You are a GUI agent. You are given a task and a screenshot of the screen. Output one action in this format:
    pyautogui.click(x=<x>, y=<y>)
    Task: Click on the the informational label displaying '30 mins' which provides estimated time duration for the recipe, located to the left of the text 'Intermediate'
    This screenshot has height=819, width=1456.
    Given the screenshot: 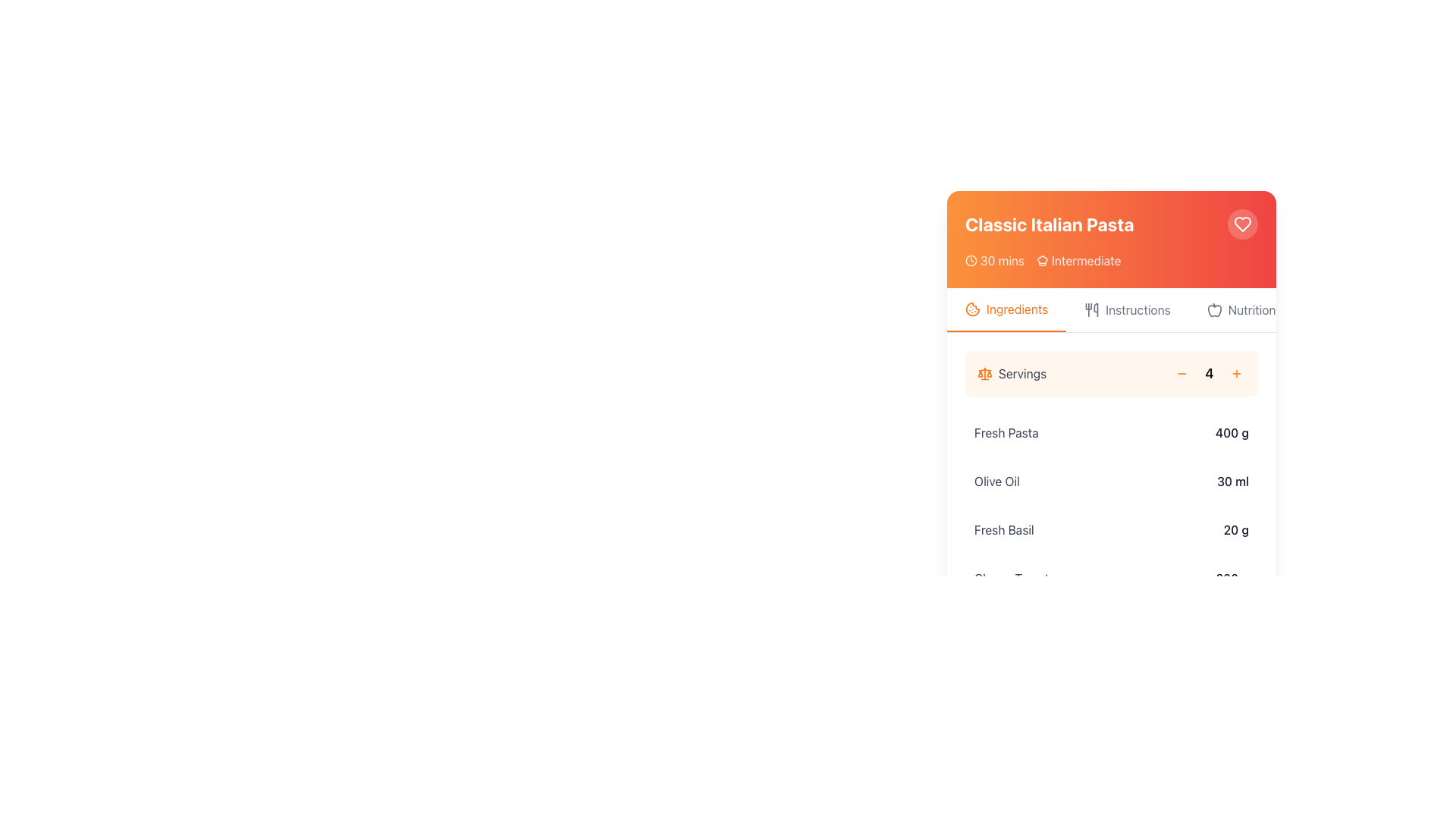 What is the action you would take?
    pyautogui.click(x=994, y=259)
    